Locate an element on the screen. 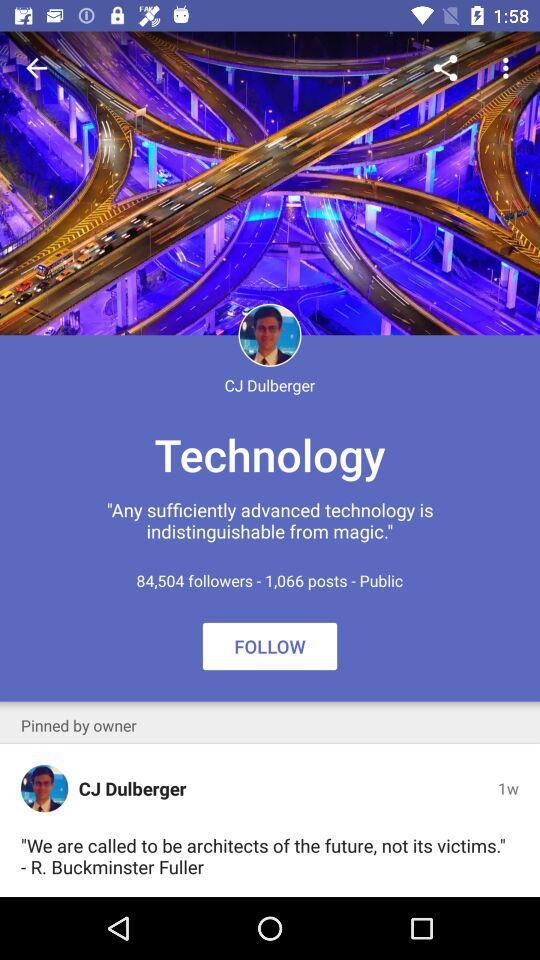 The height and width of the screenshot is (960, 540). the pinned by owner is located at coordinates (77, 724).